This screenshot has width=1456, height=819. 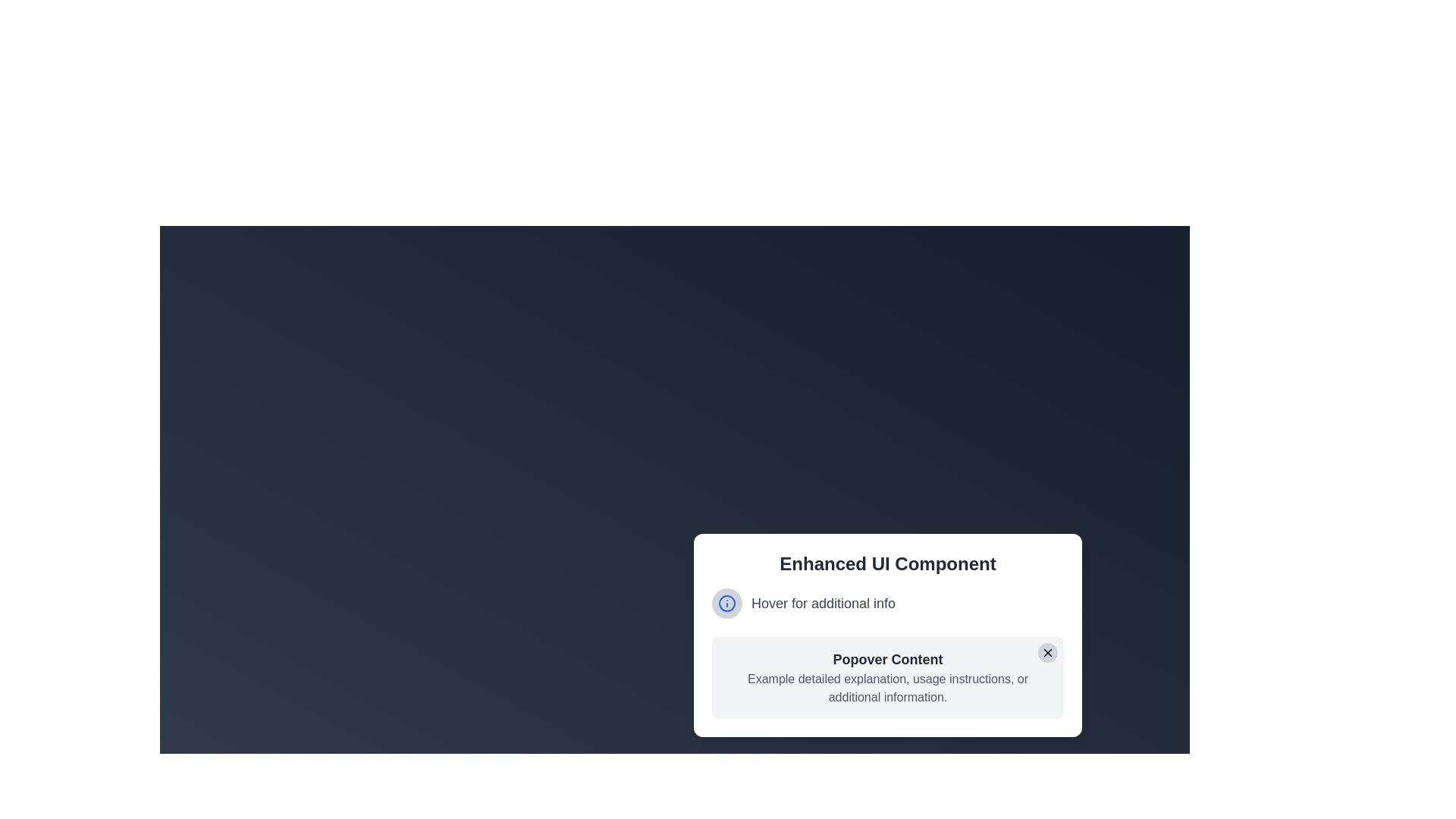 What do you see at coordinates (888, 659) in the screenshot?
I see `the text label displaying 'Popover Content' which is styled with bold font weight and dark gray color, located in a light gray section with rounded corners` at bounding box center [888, 659].